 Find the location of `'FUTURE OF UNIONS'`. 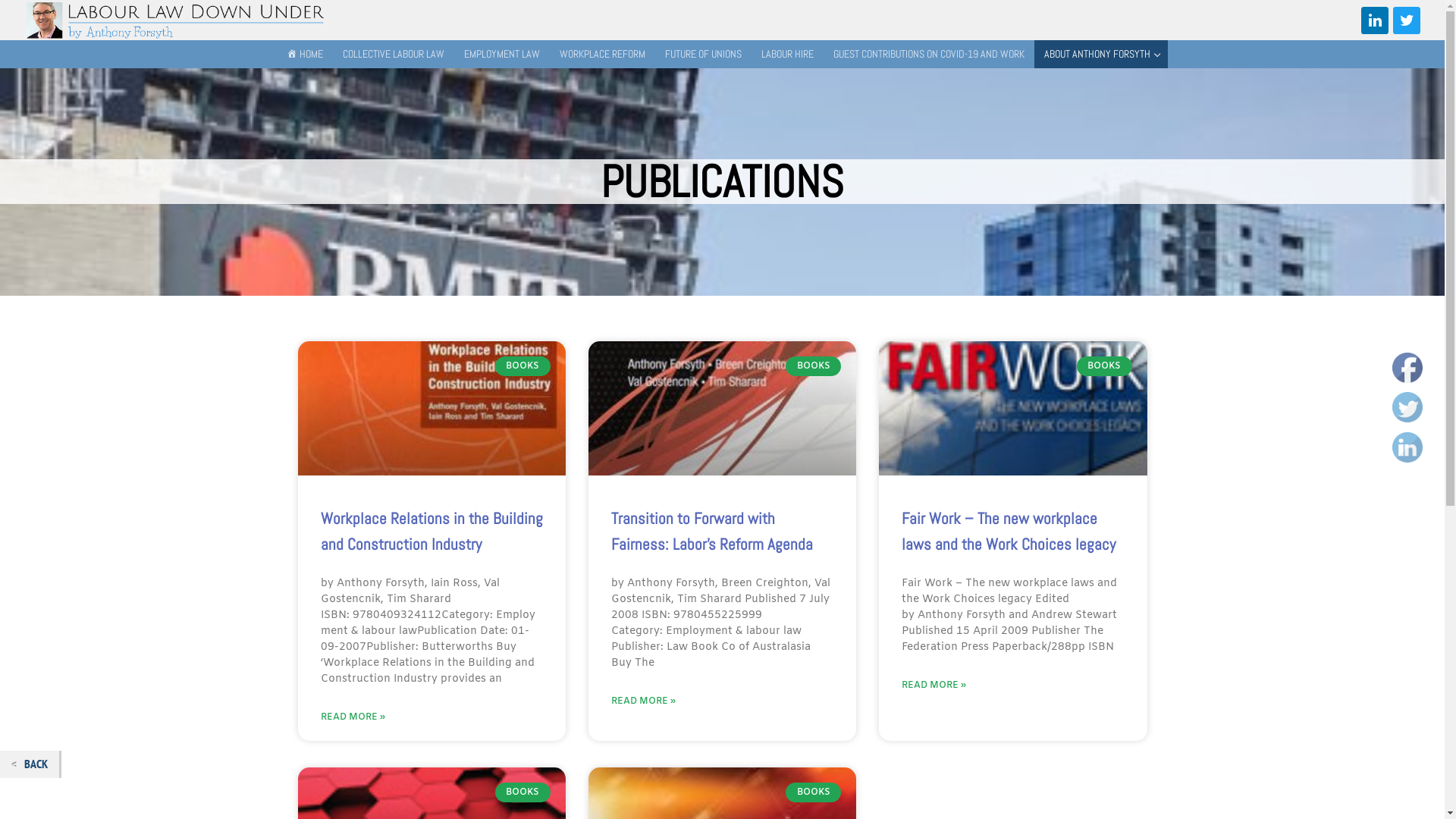

'FUTURE OF UNIONS' is located at coordinates (655, 54).